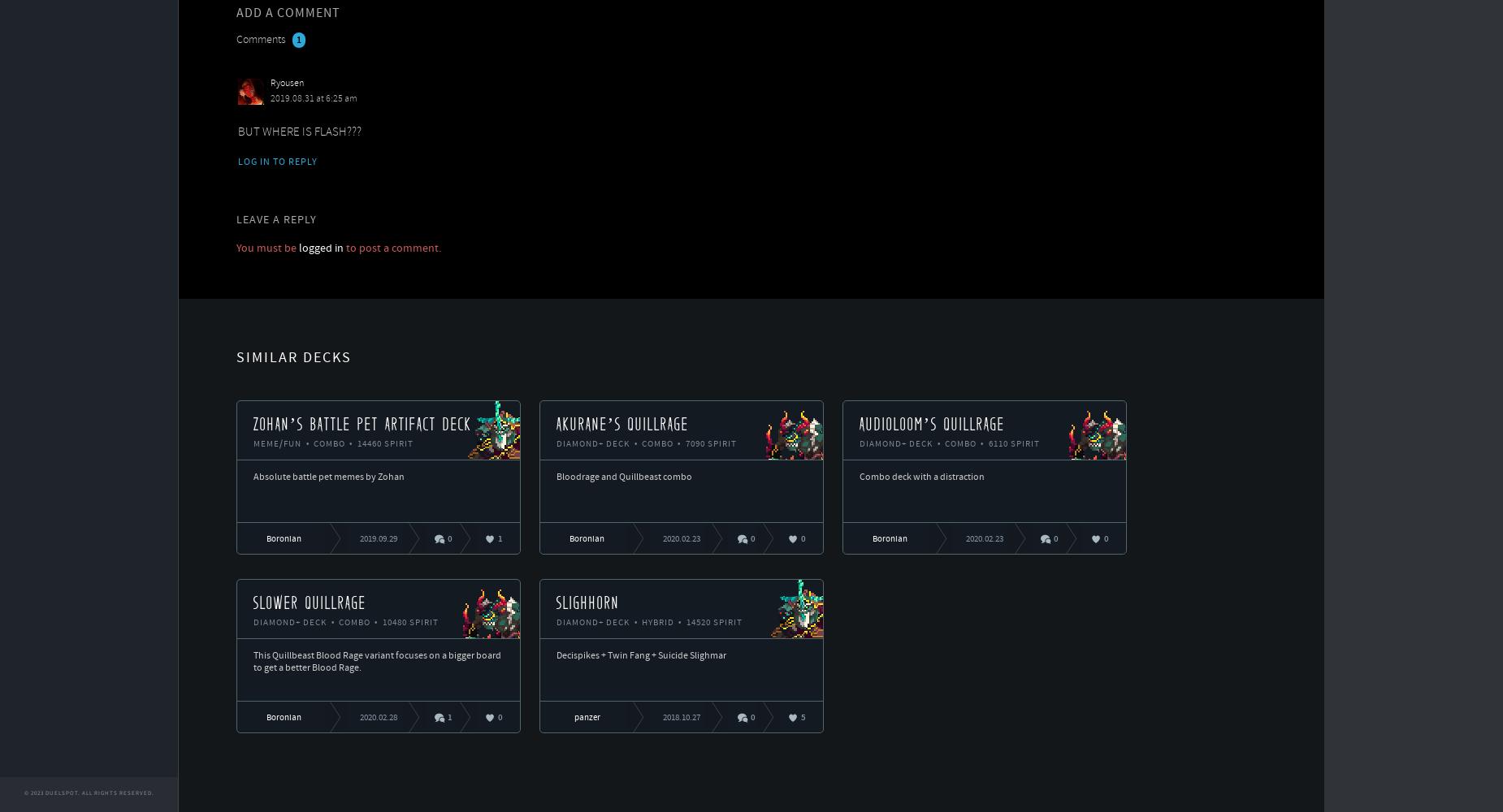  What do you see at coordinates (285, 82) in the screenshot?
I see `'Ryousen'` at bounding box center [285, 82].